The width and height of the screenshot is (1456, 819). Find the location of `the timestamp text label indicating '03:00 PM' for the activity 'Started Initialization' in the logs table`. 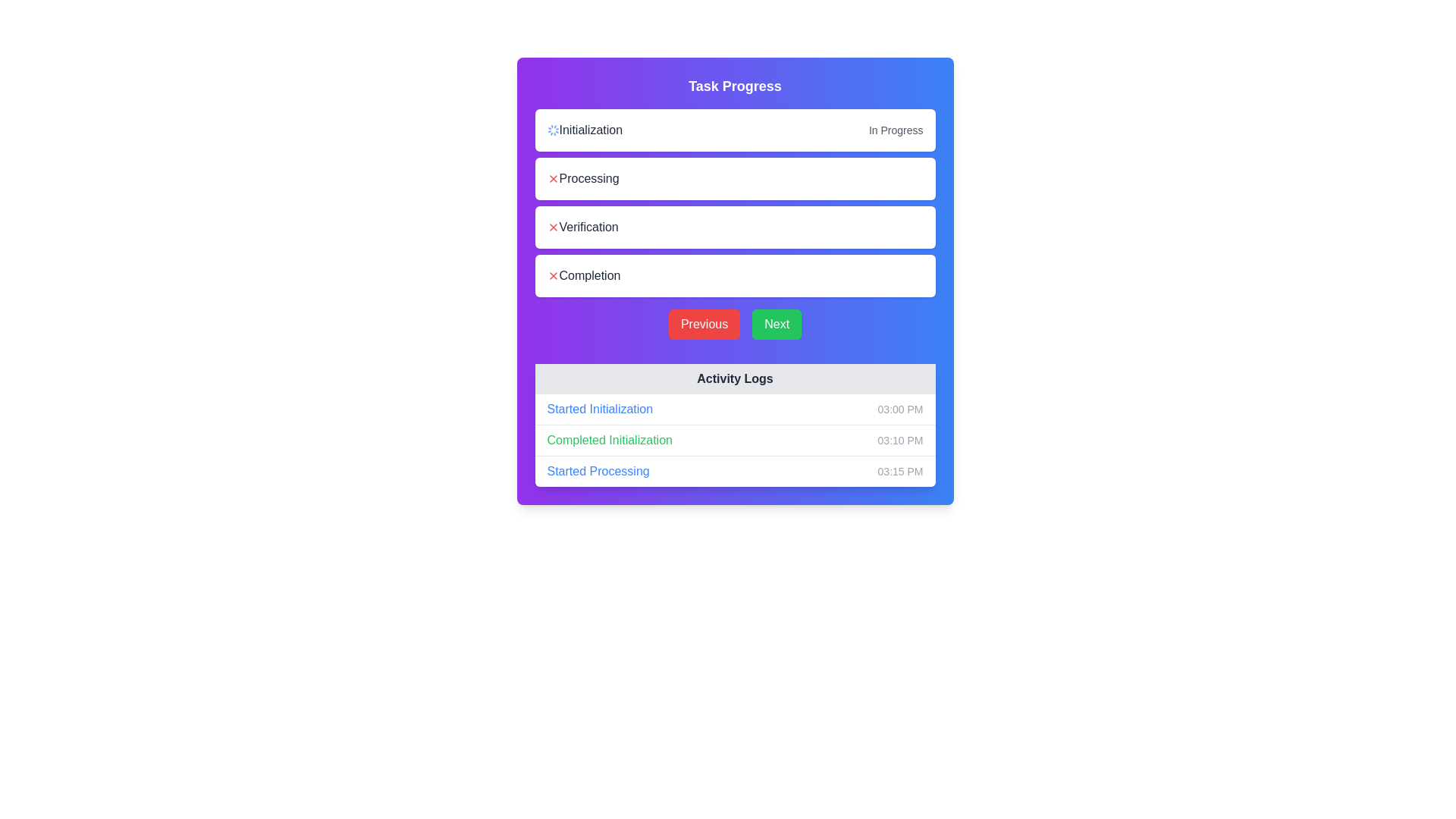

the timestamp text label indicating '03:00 PM' for the activity 'Started Initialization' in the logs table is located at coordinates (900, 409).